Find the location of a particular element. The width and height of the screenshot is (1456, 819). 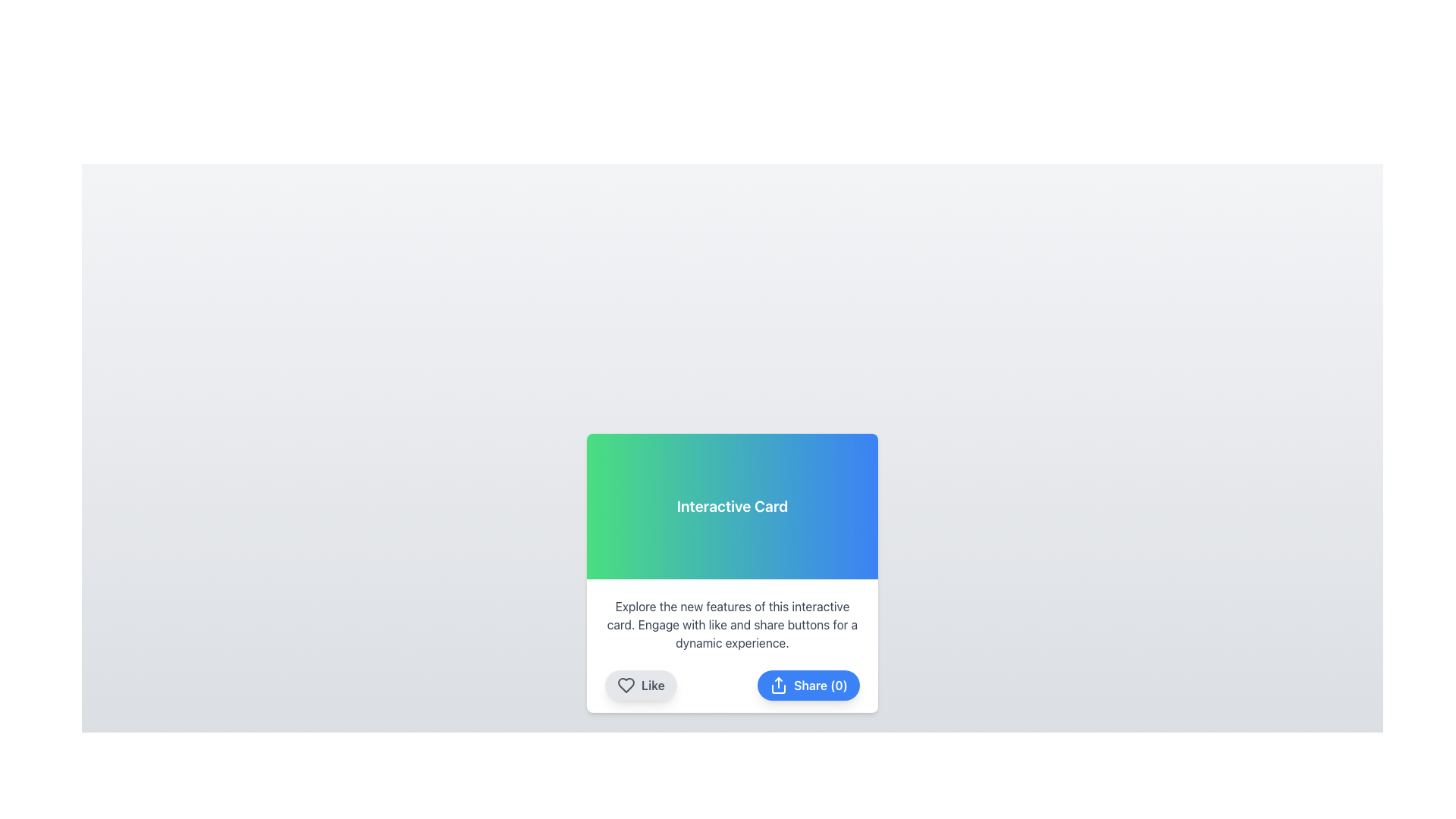

the 'Share (0)' button, which is a rounded rectangular button with a blue background and white text, to view the count displayed on it is located at coordinates (808, 685).